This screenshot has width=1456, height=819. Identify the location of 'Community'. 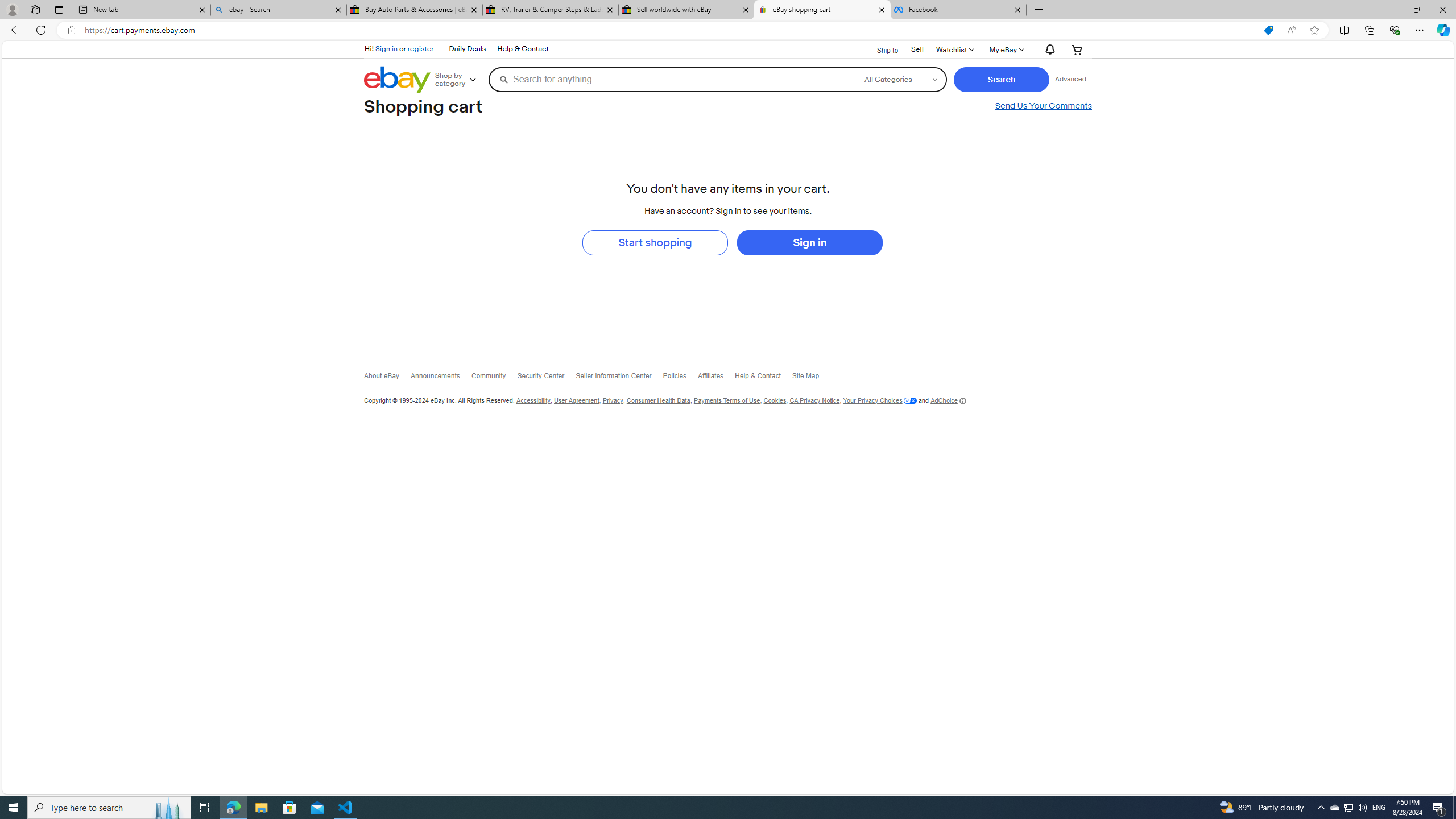
(493, 377).